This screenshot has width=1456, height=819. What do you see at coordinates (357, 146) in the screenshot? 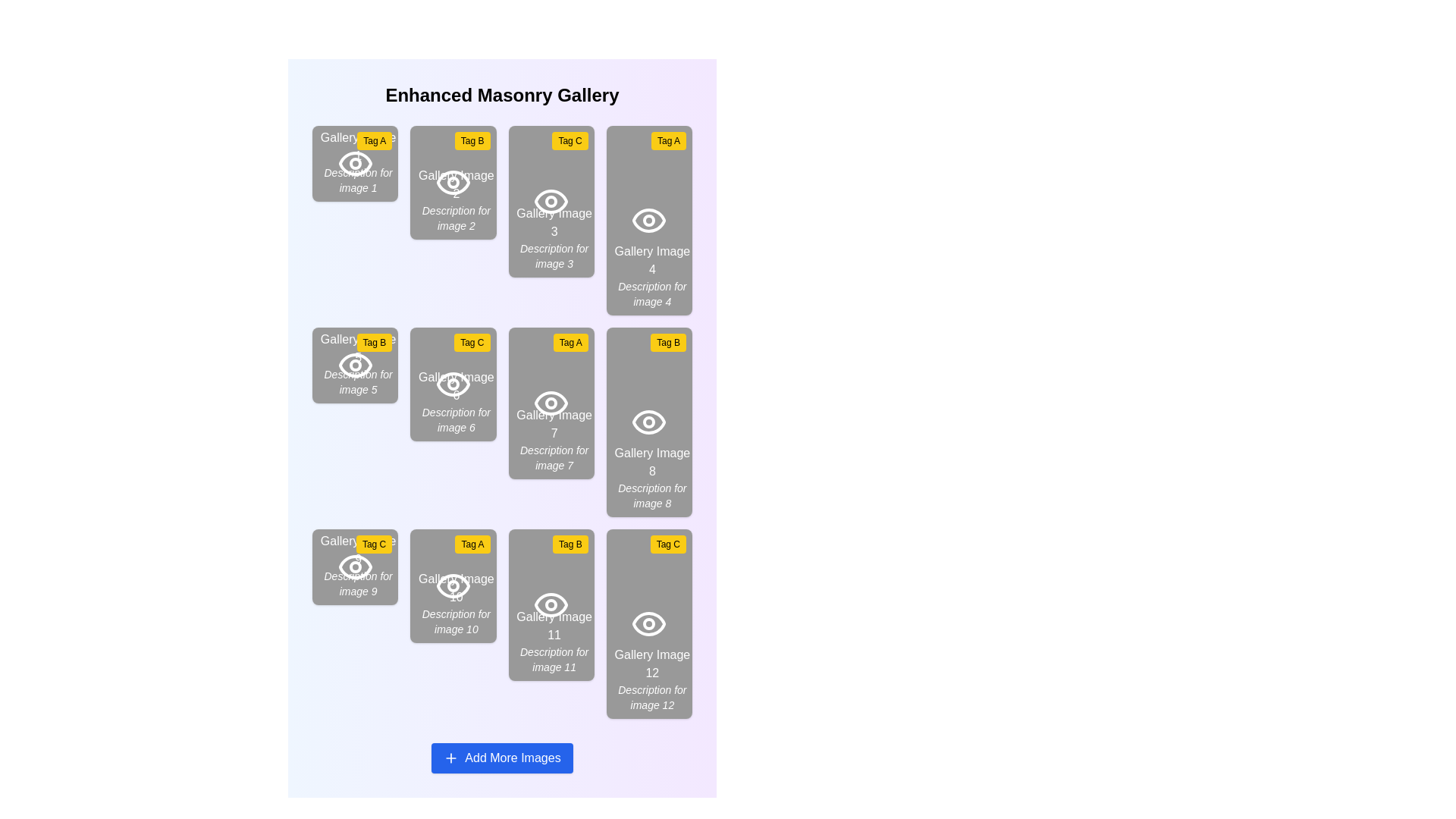
I see `text label displaying 'Gallery Image 1', which is styled with a medium font weight and positioned in the top-left quadrant of the interface, as part of the overlay text for the image description` at bounding box center [357, 146].